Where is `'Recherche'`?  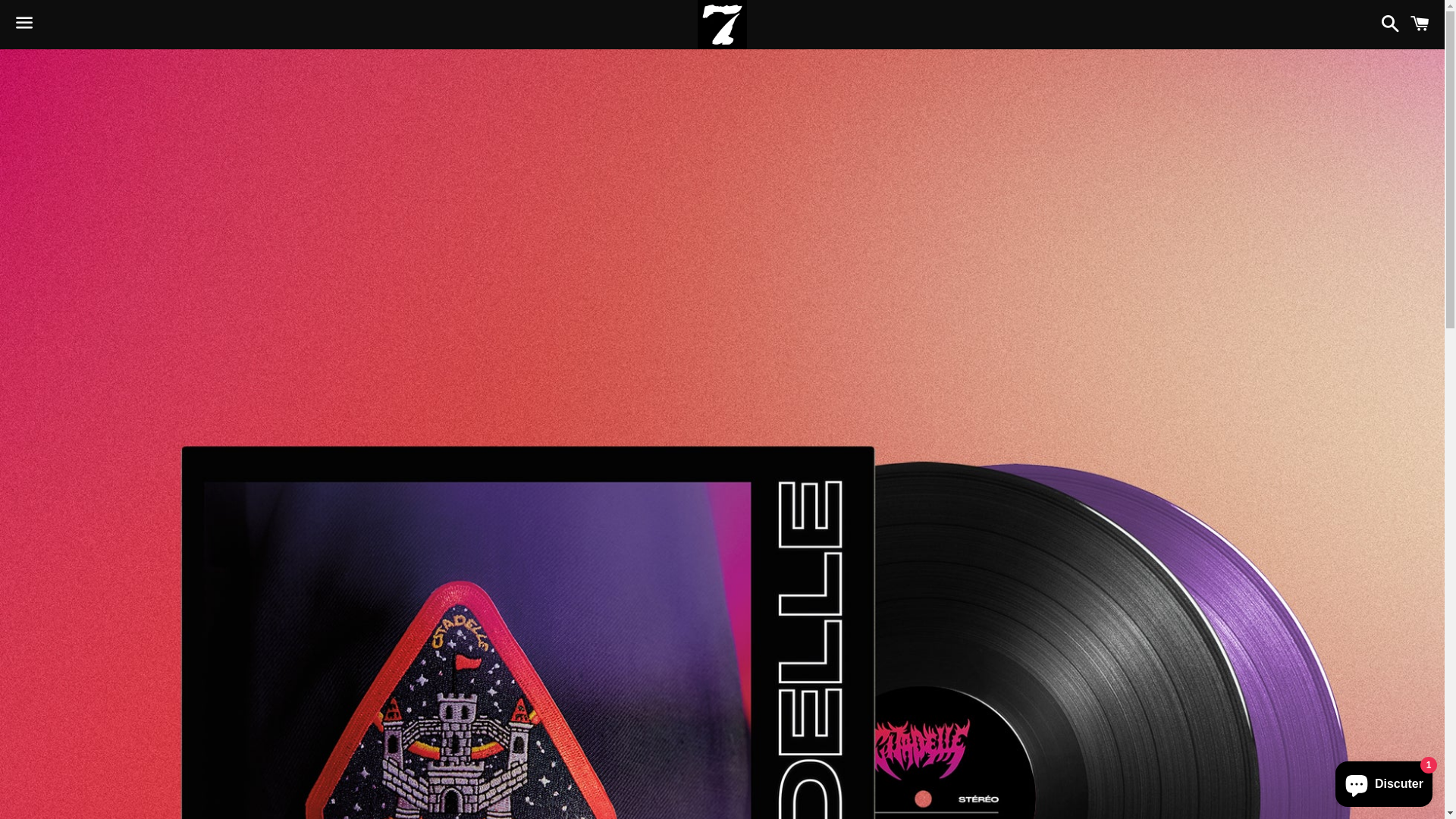 'Recherche' is located at coordinates (1373, 24).